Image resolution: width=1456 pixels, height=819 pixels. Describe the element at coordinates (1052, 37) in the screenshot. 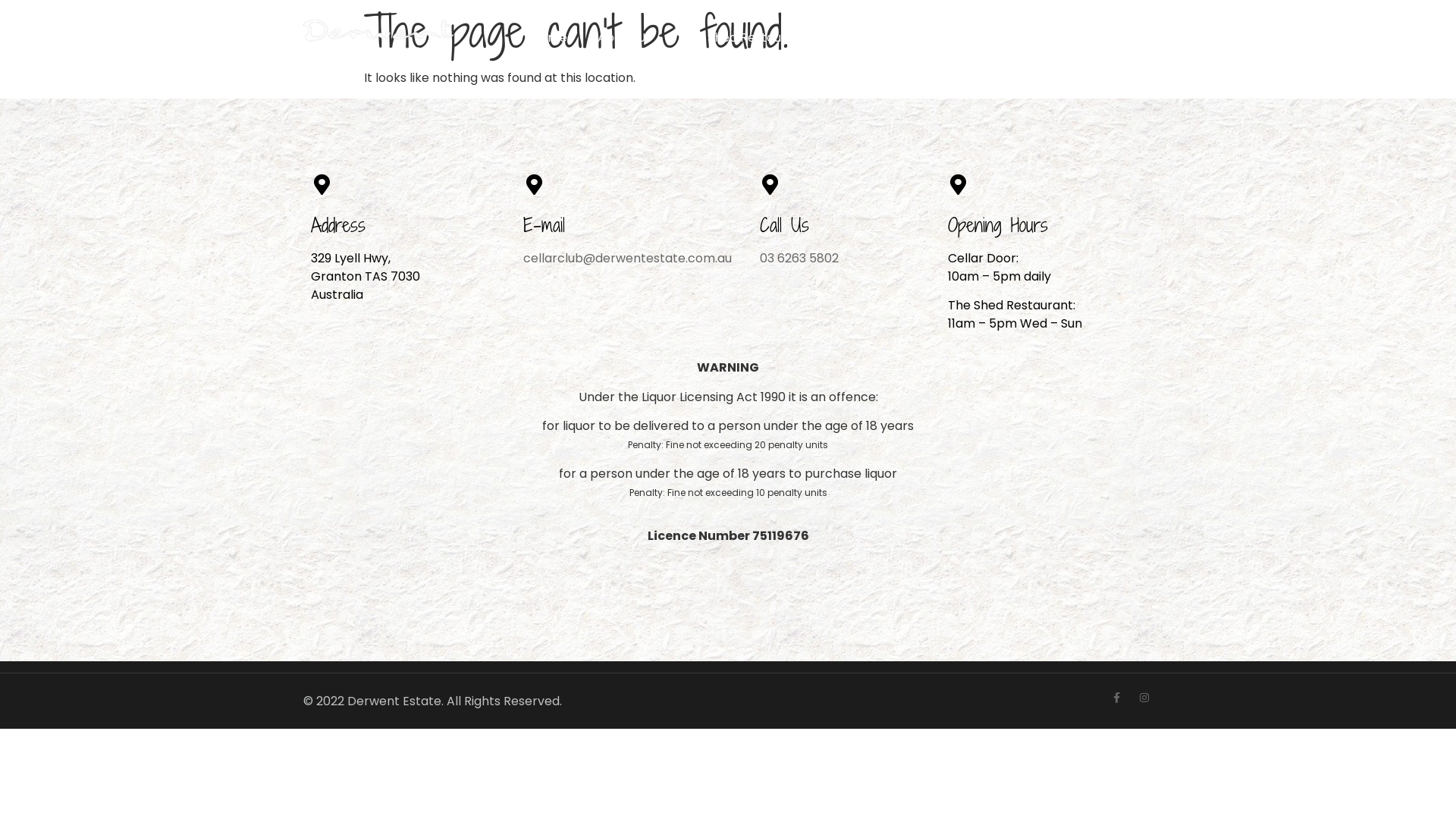

I see `'Cart'` at that location.